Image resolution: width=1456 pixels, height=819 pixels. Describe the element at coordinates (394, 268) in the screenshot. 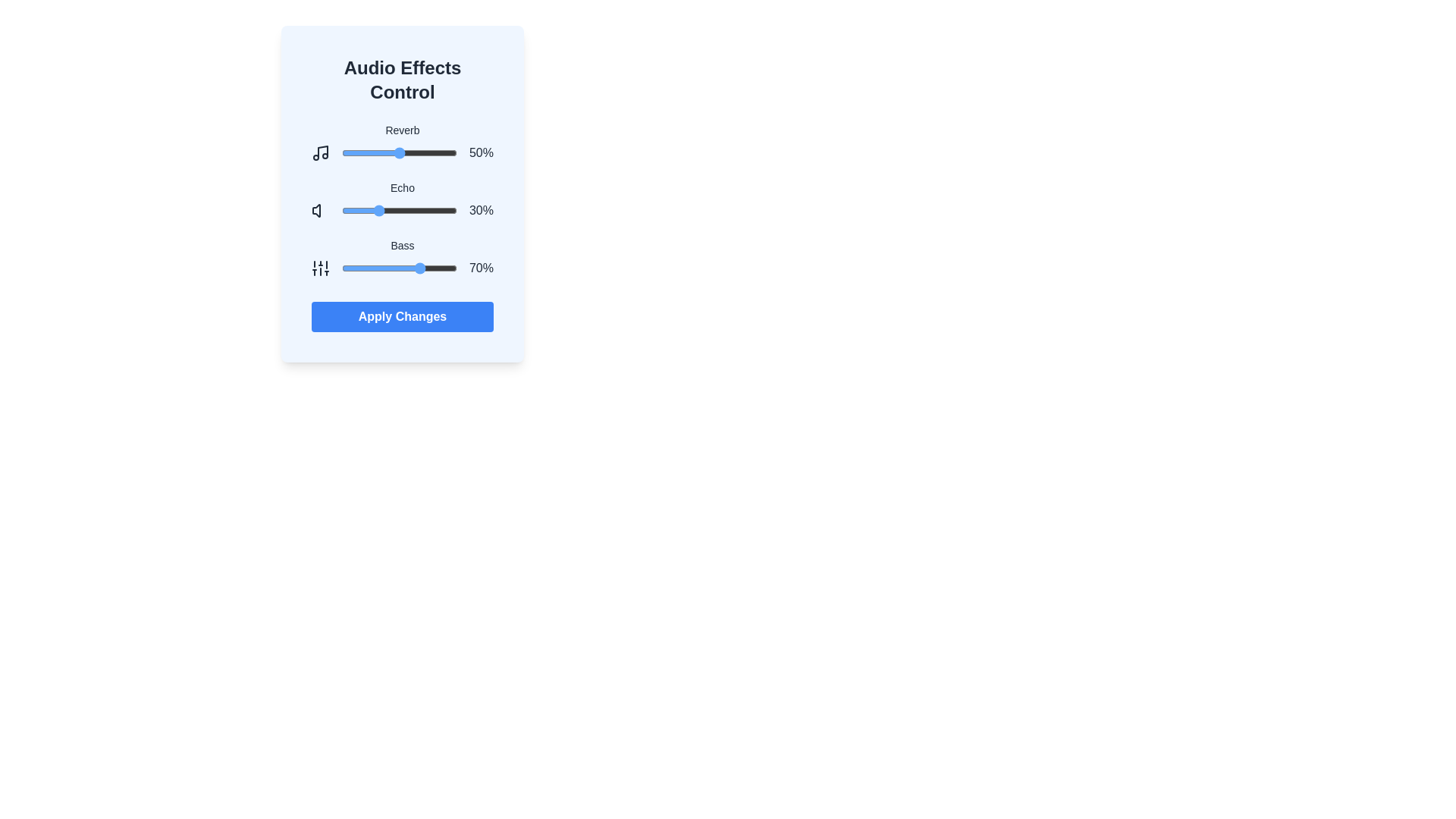

I see `the bass effect` at that location.